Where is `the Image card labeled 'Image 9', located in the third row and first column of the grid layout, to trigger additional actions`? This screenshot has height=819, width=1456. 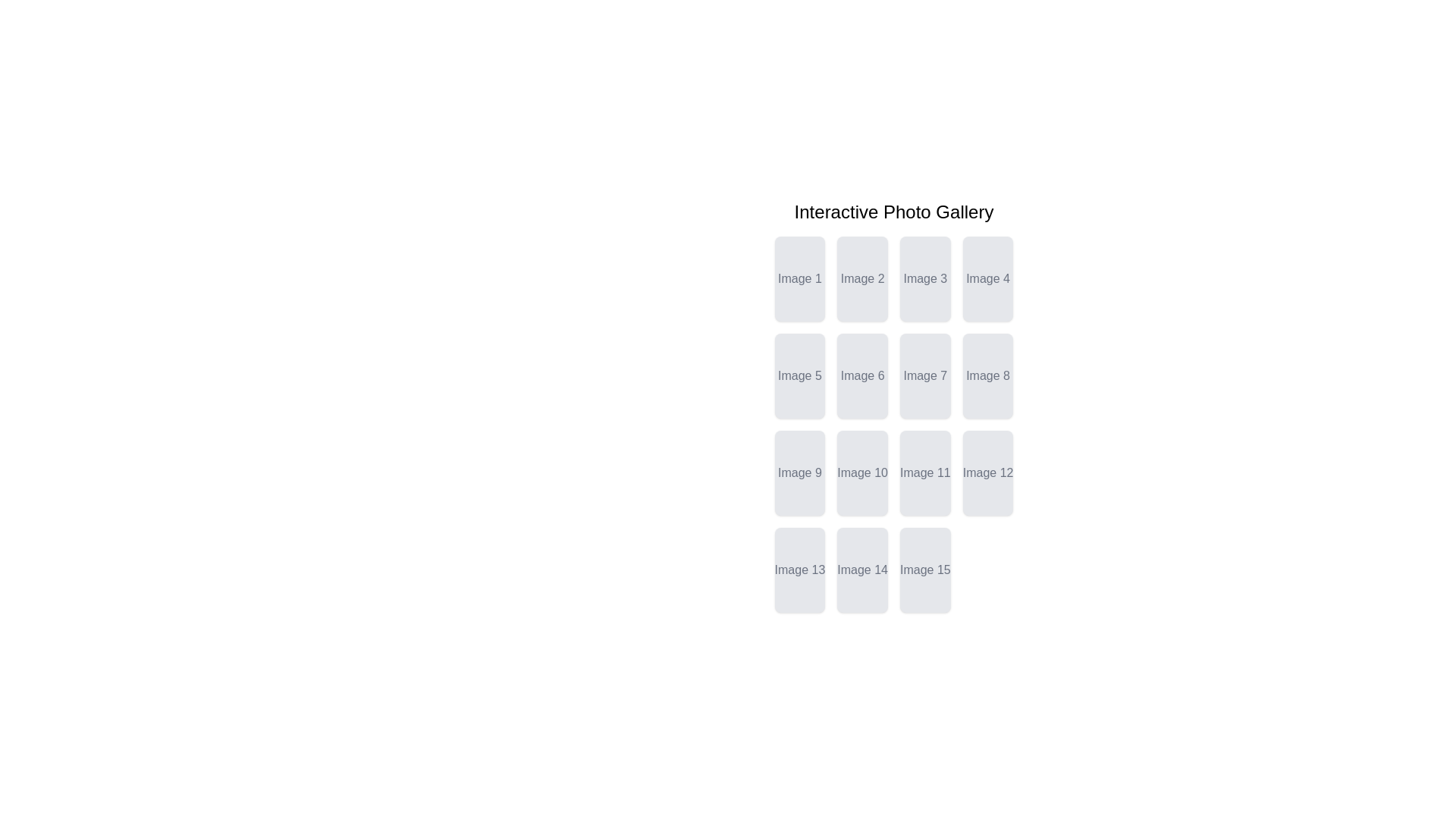
the Image card labeled 'Image 9', located in the third row and first column of the grid layout, to trigger additional actions is located at coordinates (799, 472).